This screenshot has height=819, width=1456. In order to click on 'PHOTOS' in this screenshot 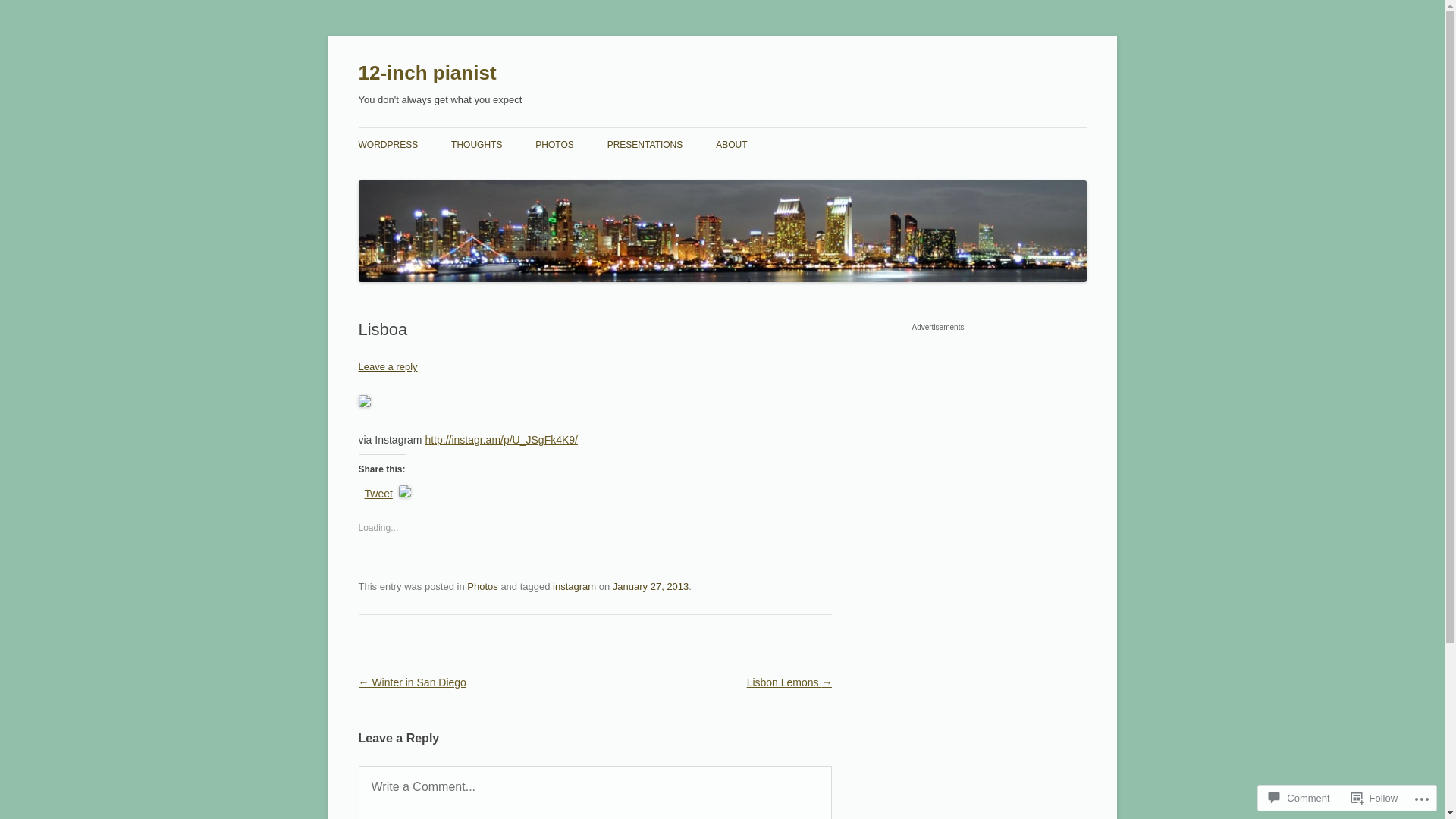, I will do `click(553, 145)`.